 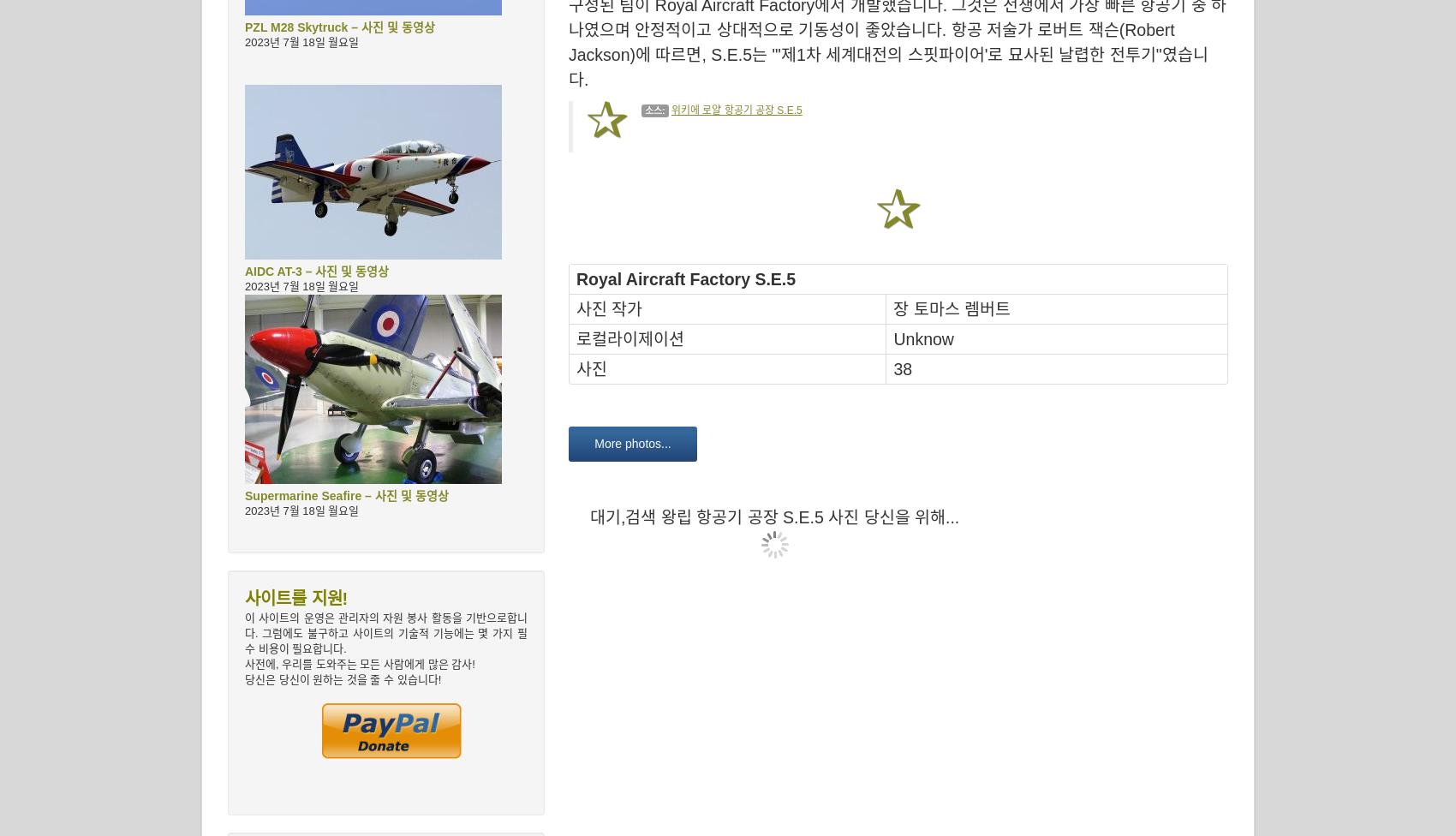 What do you see at coordinates (590, 517) in the screenshot?
I see `'대기,검색 왕립 항공기 공장 S.E.5 사진 당신을 위해...'` at bounding box center [590, 517].